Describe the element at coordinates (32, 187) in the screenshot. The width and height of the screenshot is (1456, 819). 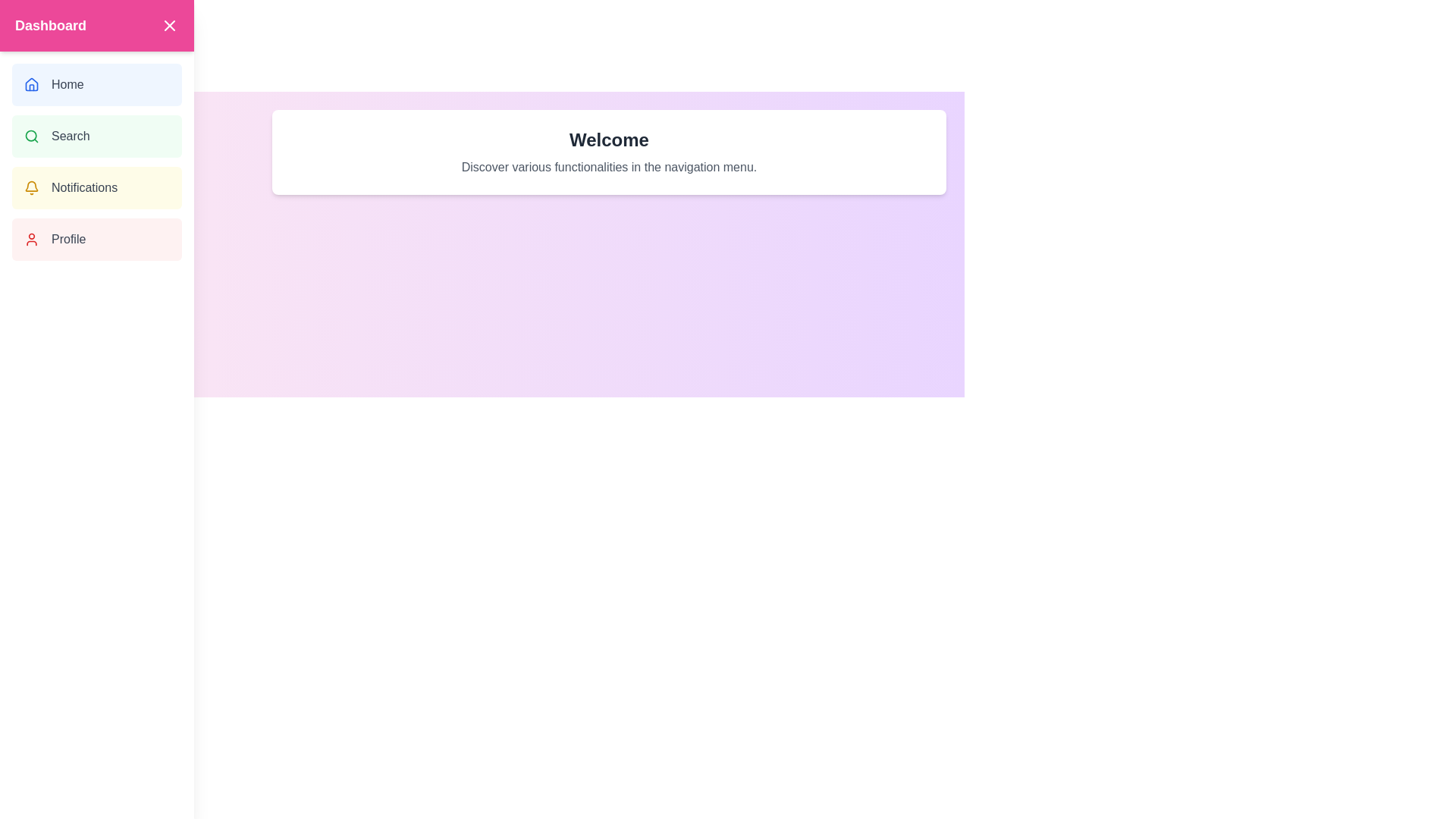
I see `the yellow outlined bell icon representing notifications, located in the vertical navigation menu on the left side of the interface, to interact with it` at that location.